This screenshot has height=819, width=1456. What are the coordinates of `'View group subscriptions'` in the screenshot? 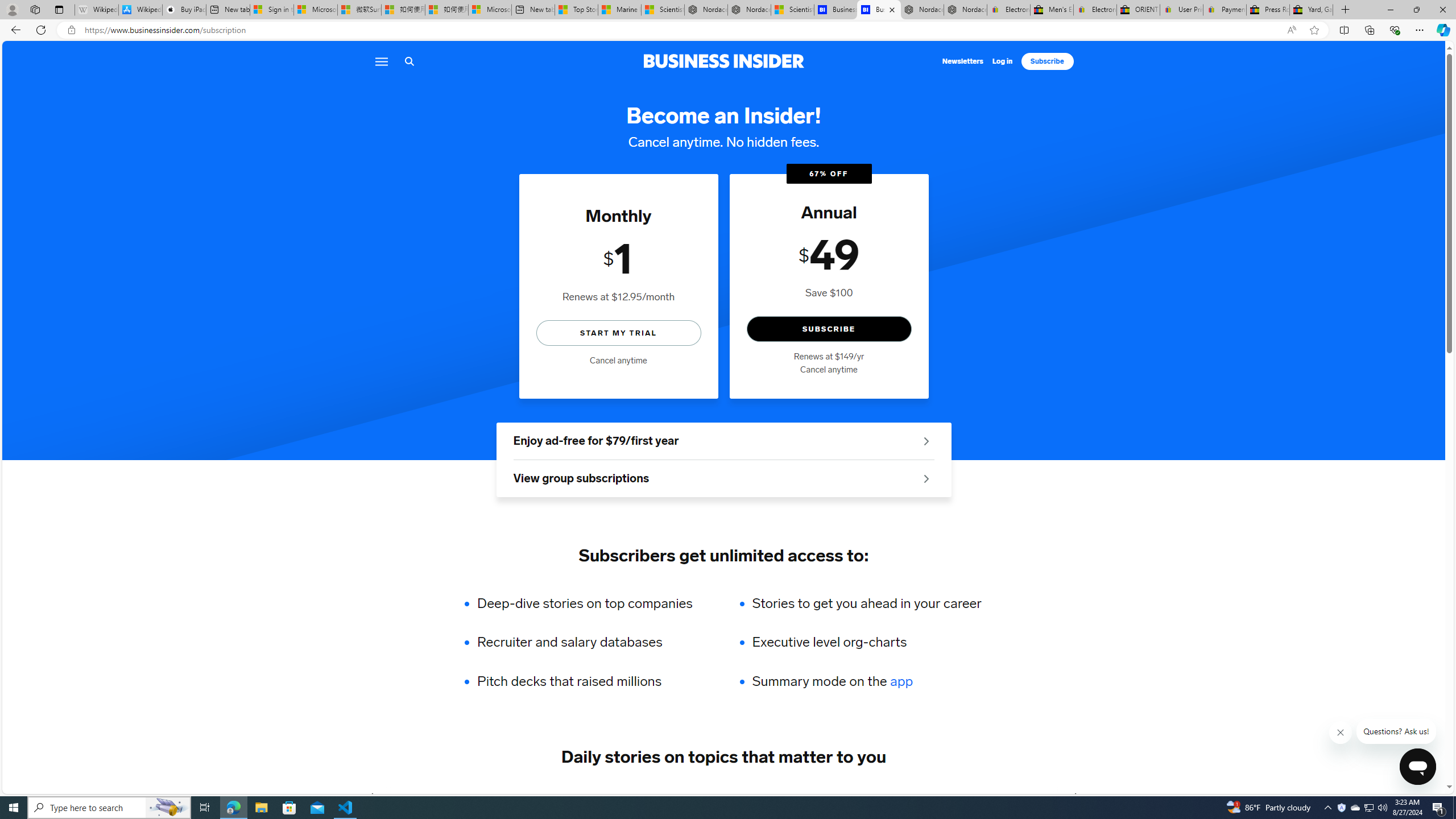 It's located at (723, 479).